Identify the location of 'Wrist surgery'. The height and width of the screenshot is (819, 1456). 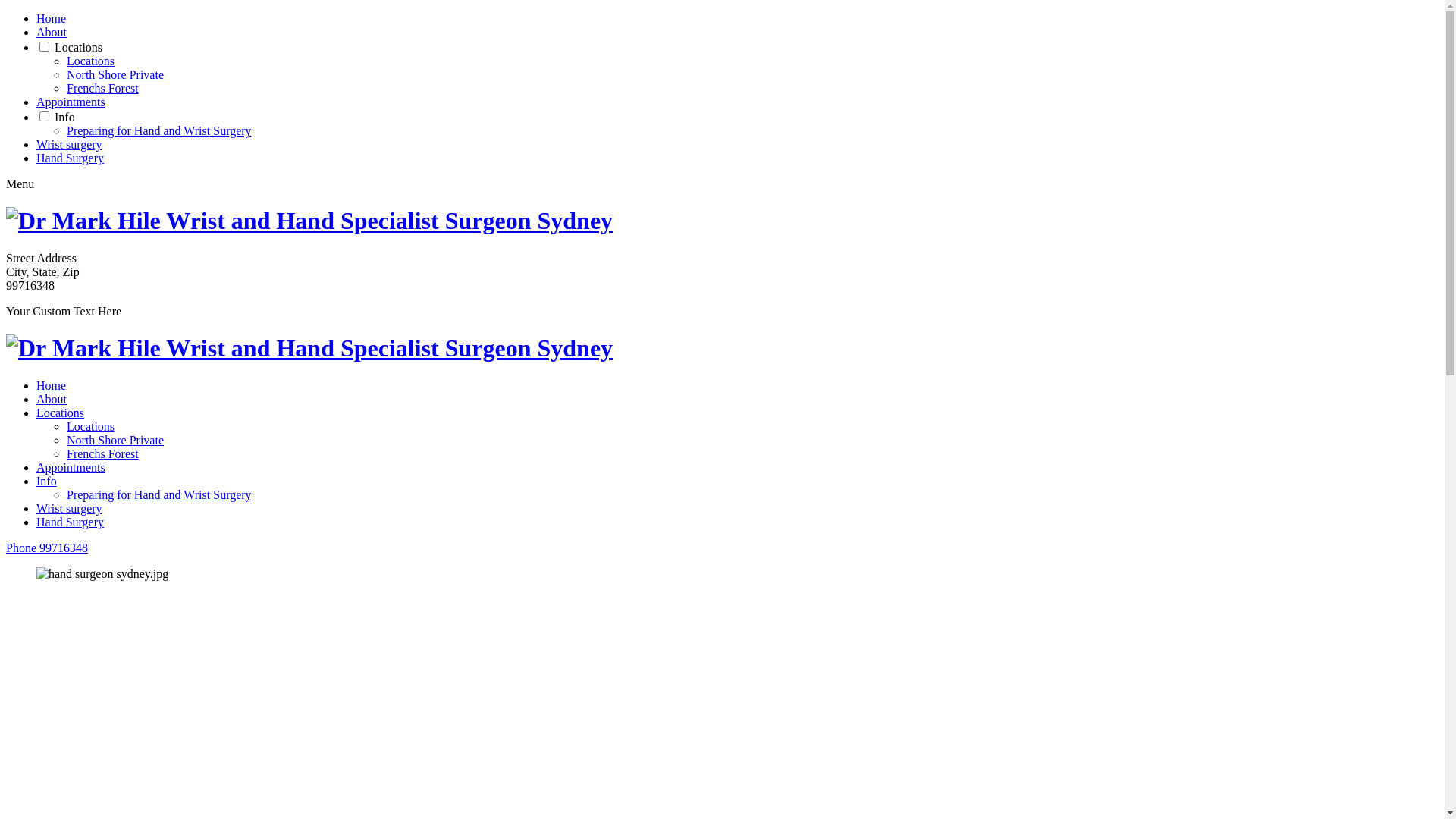
(68, 144).